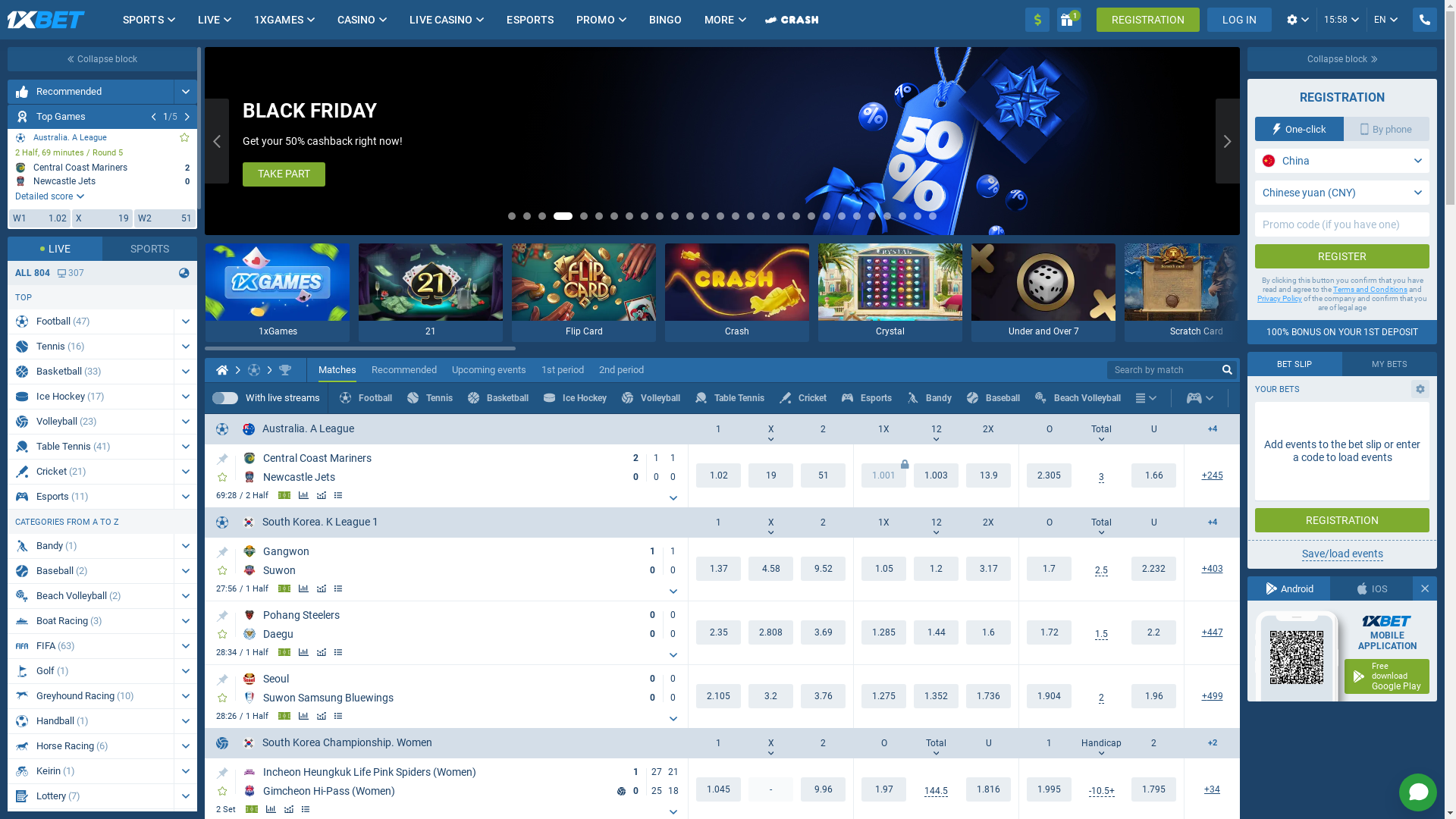 The height and width of the screenshot is (819, 1456). I want to click on 'X, so click(71, 218).